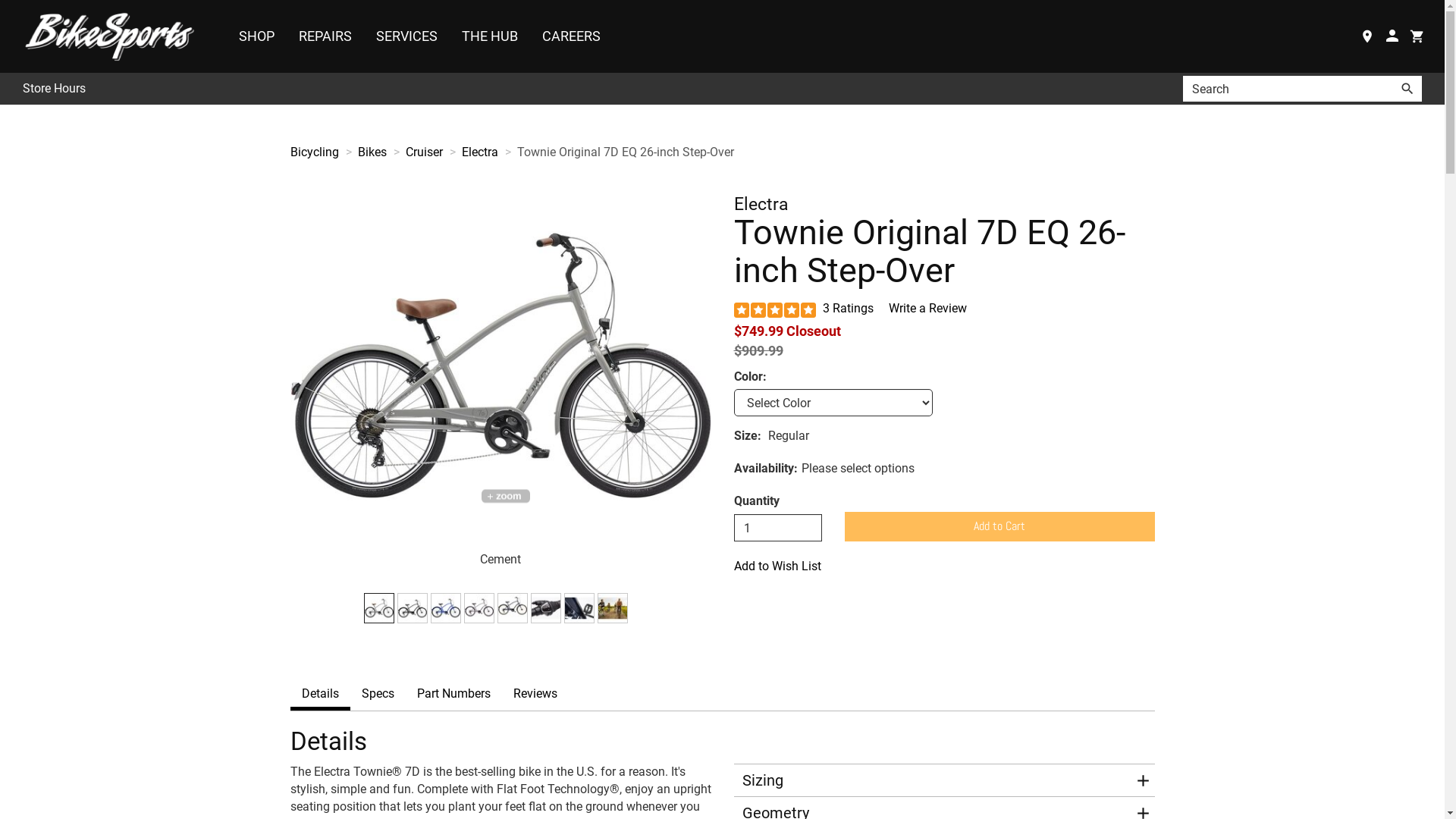  What do you see at coordinates (445, 607) in the screenshot?
I see `'Color: Hyper Blue'` at bounding box center [445, 607].